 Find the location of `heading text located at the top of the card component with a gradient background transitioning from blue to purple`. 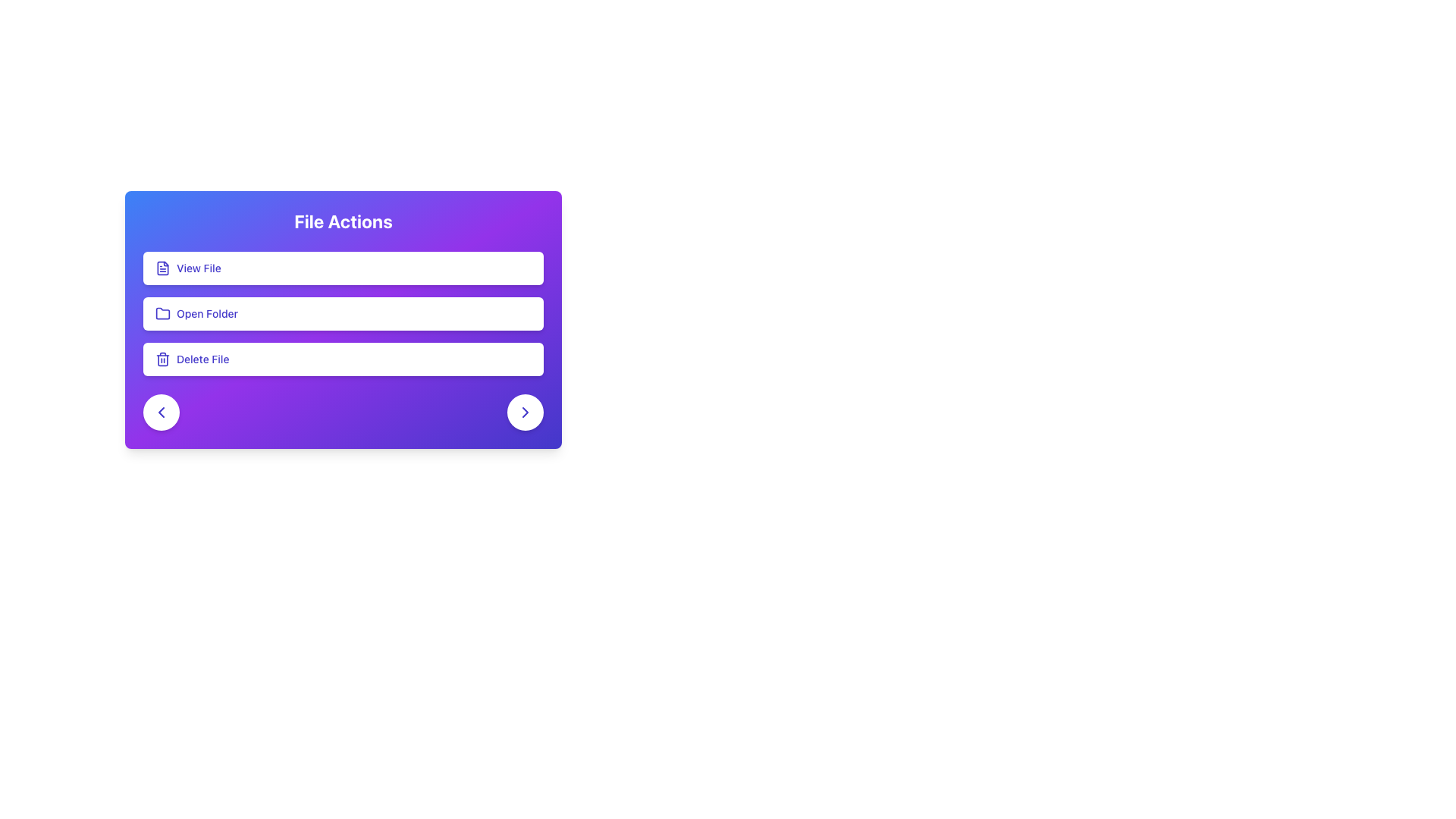

heading text located at the top of the card component with a gradient background transitioning from blue to purple is located at coordinates (342, 221).